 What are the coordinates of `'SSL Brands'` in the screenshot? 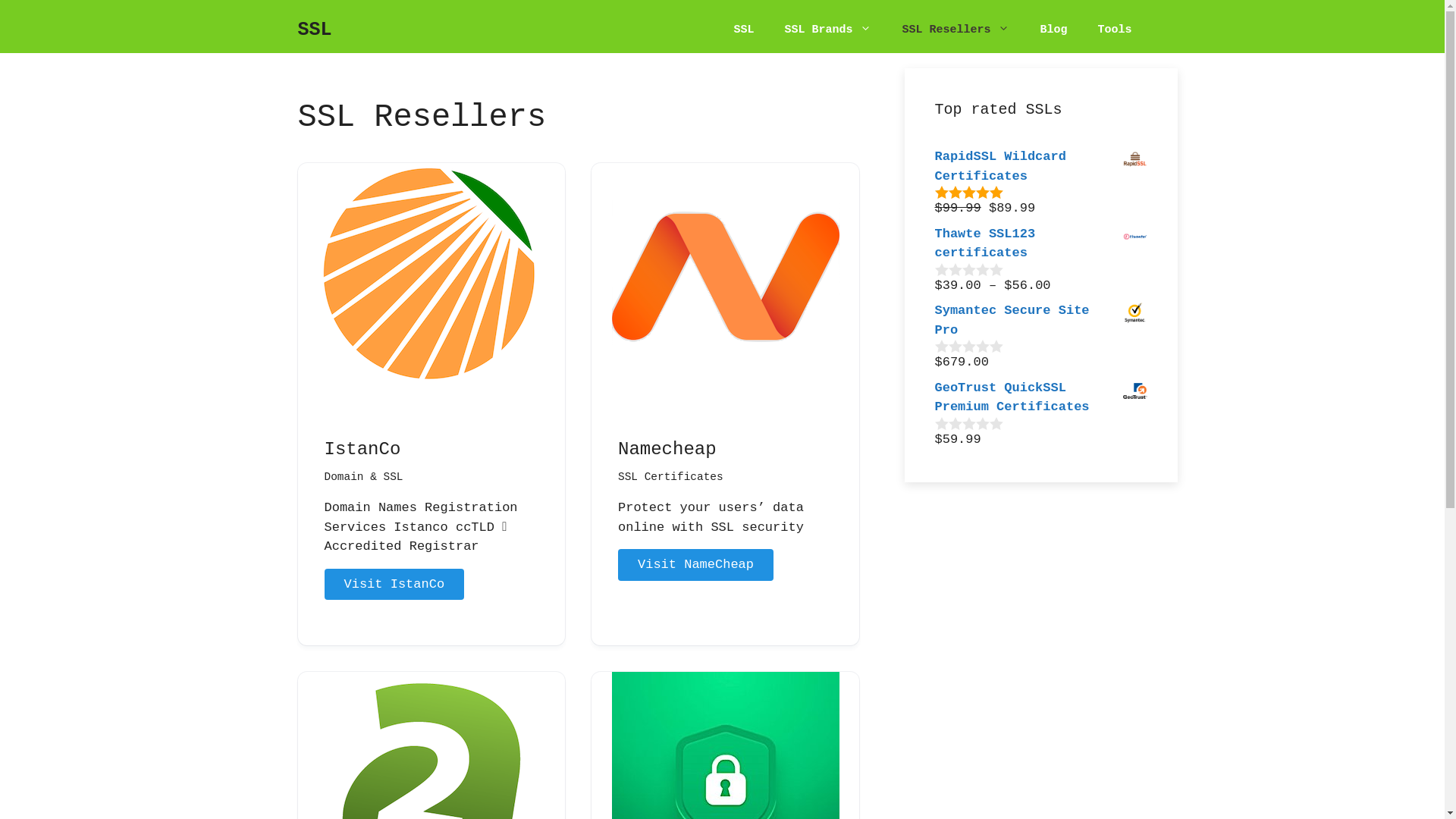 It's located at (827, 30).